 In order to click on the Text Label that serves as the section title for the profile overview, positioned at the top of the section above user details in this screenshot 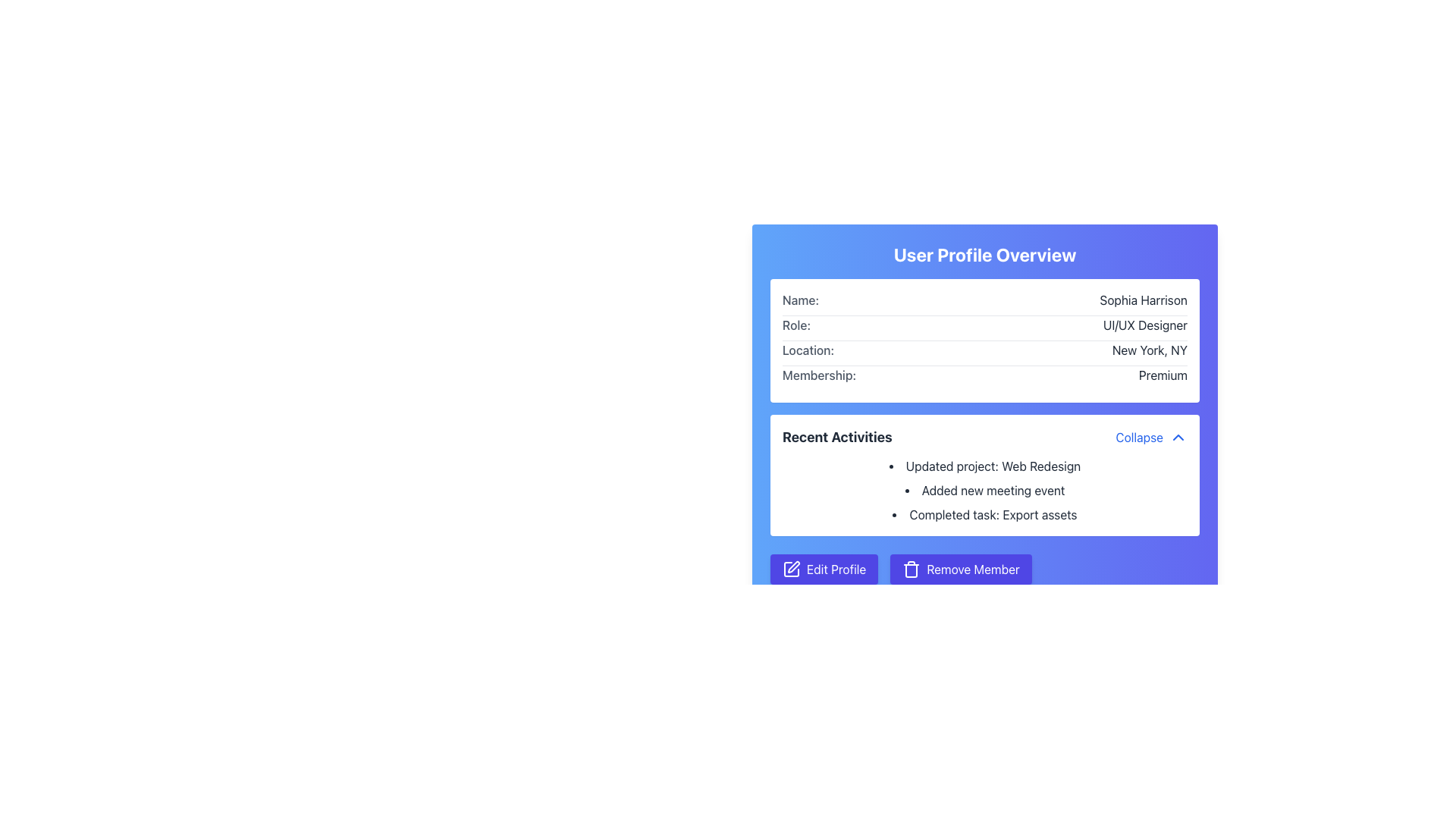, I will do `click(985, 253)`.